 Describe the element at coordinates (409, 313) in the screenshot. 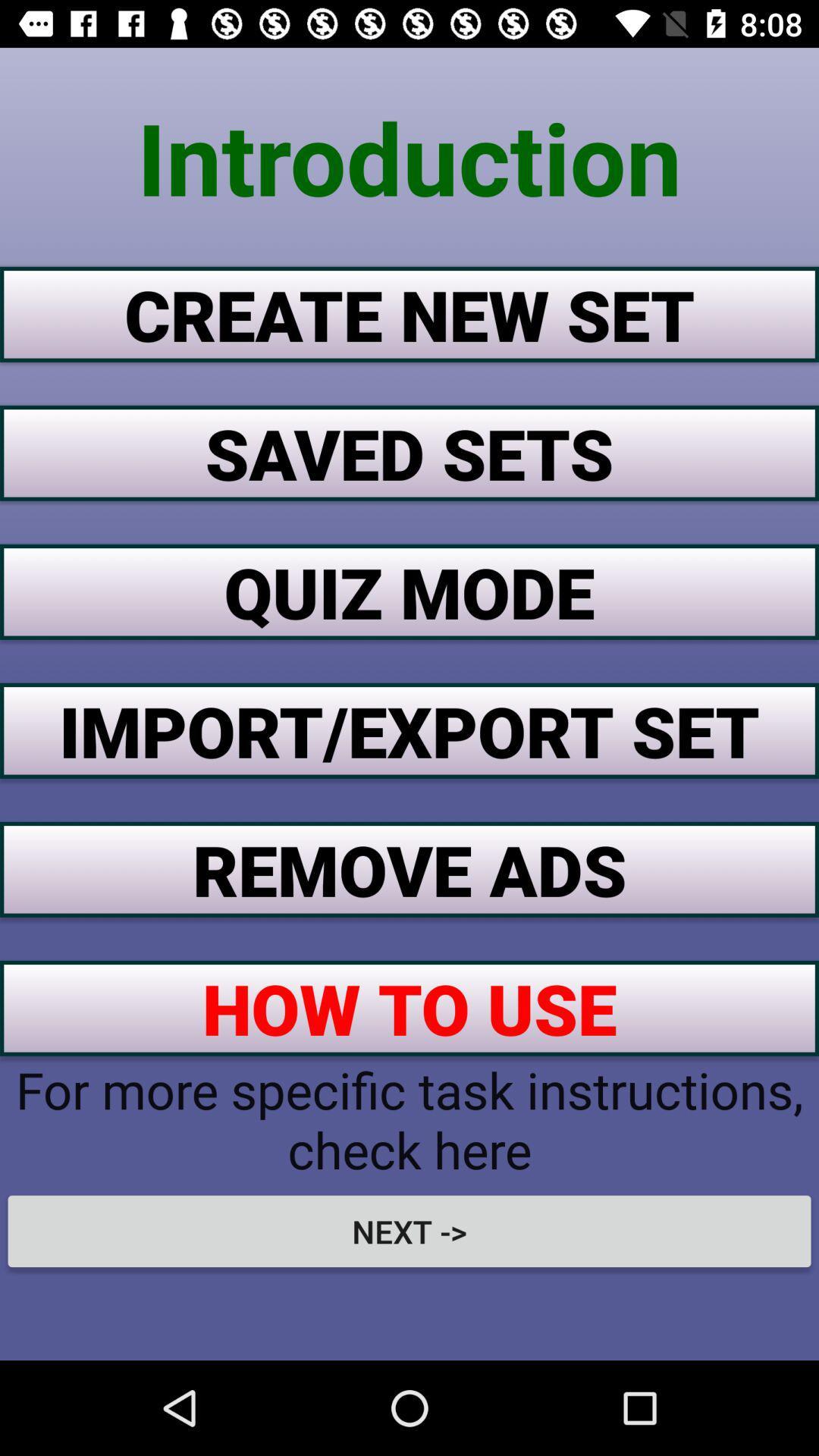

I see `app below the introduction` at that location.